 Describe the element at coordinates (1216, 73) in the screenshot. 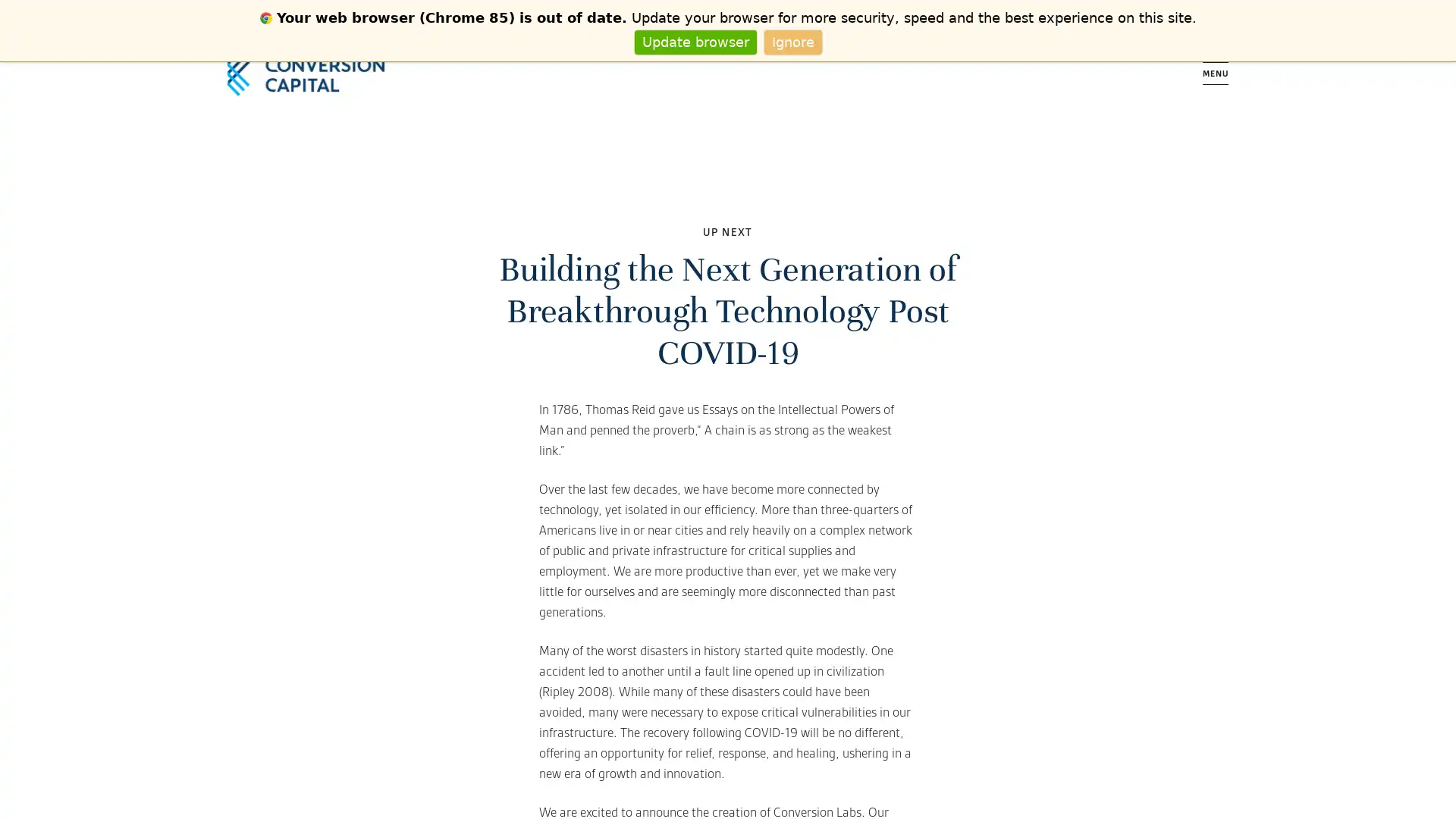

I see `MENU` at that location.